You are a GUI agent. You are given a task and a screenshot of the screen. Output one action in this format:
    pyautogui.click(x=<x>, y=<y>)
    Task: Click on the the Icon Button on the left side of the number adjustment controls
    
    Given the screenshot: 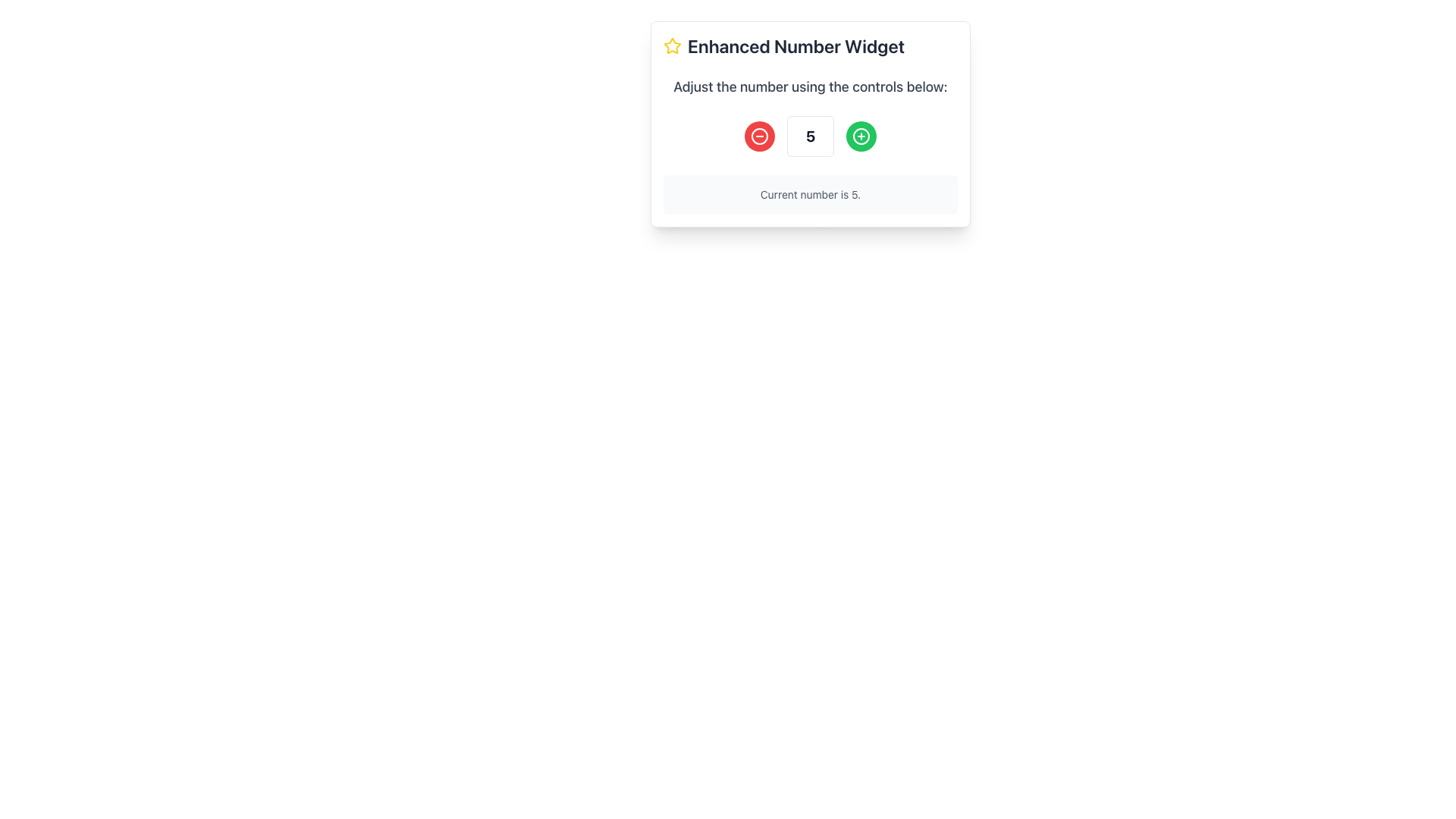 What is the action you would take?
    pyautogui.click(x=759, y=136)
    